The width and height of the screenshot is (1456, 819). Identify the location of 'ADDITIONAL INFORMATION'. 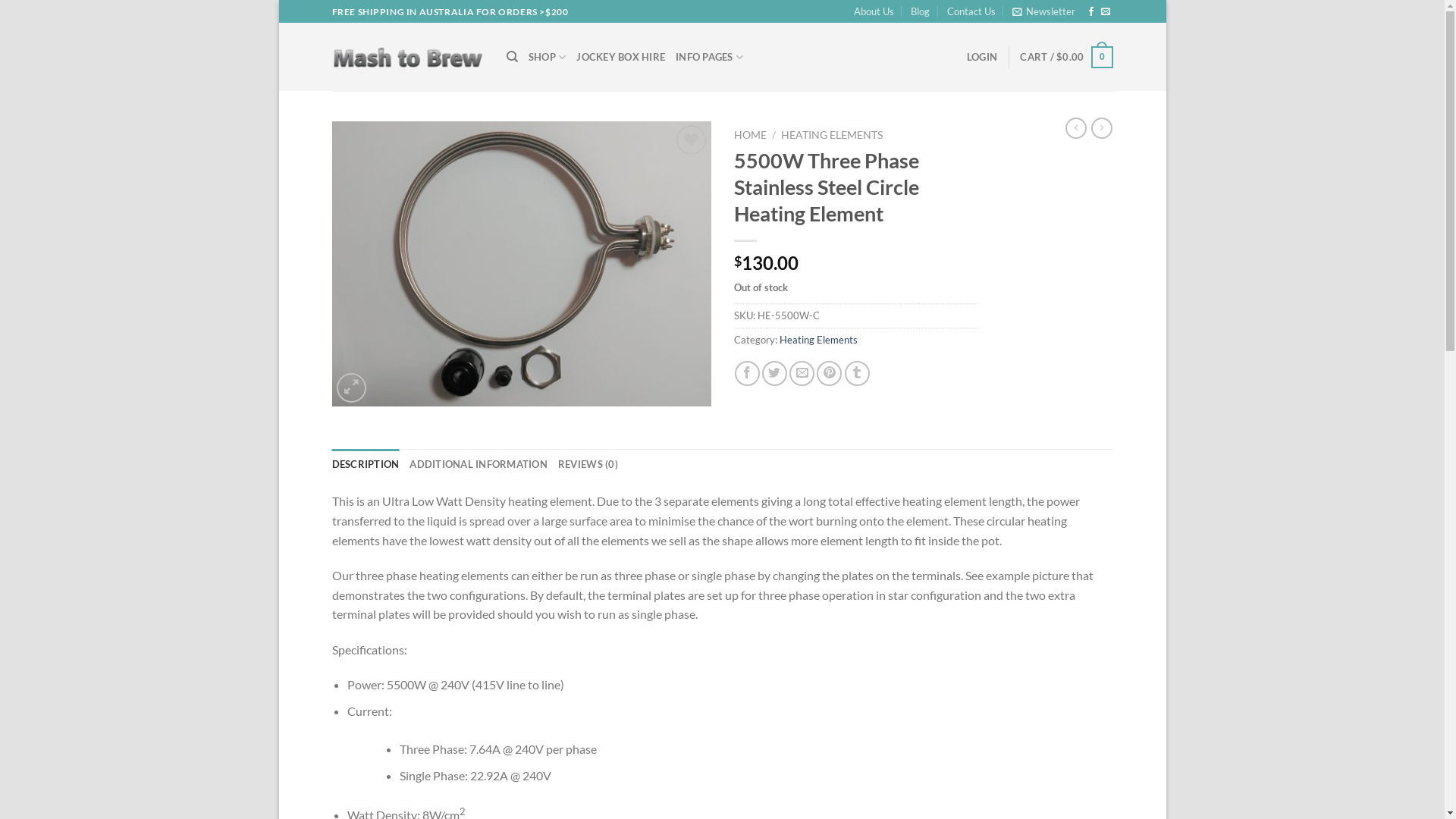
(409, 463).